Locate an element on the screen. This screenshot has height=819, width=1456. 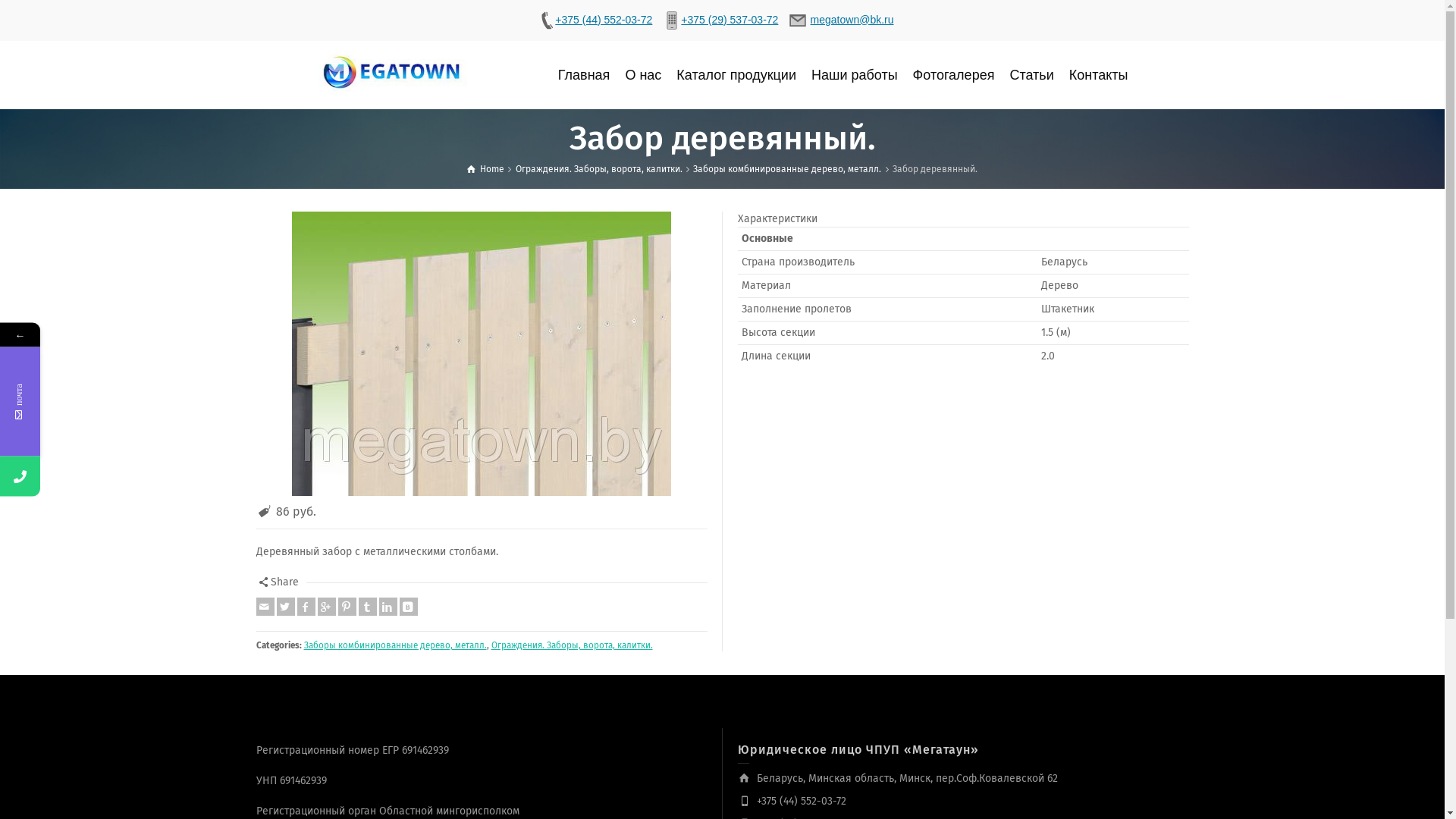
'Search' is located at coordinates (1172, 75).